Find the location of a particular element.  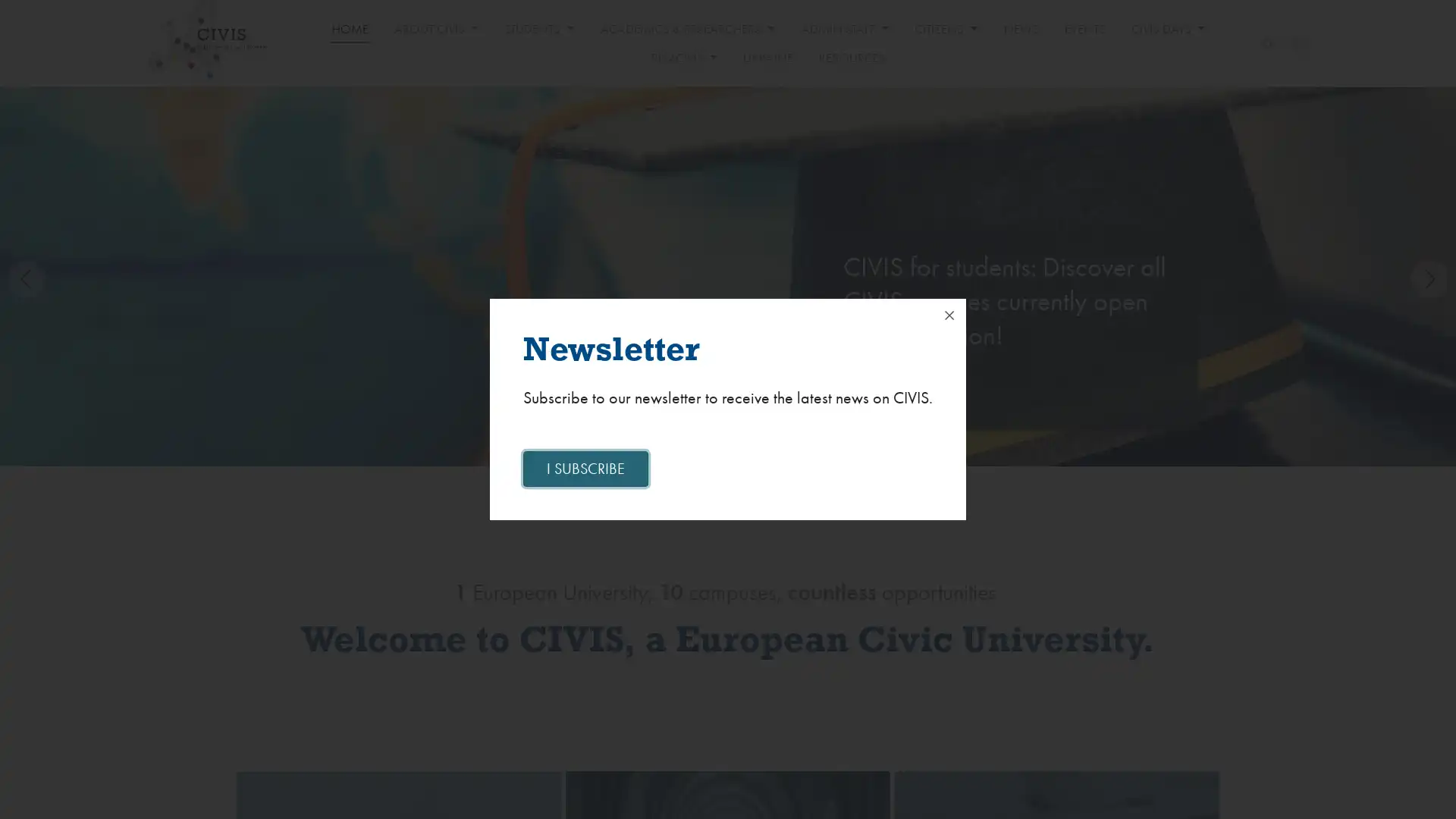

Go to slide 2 is located at coordinates (728, 482).